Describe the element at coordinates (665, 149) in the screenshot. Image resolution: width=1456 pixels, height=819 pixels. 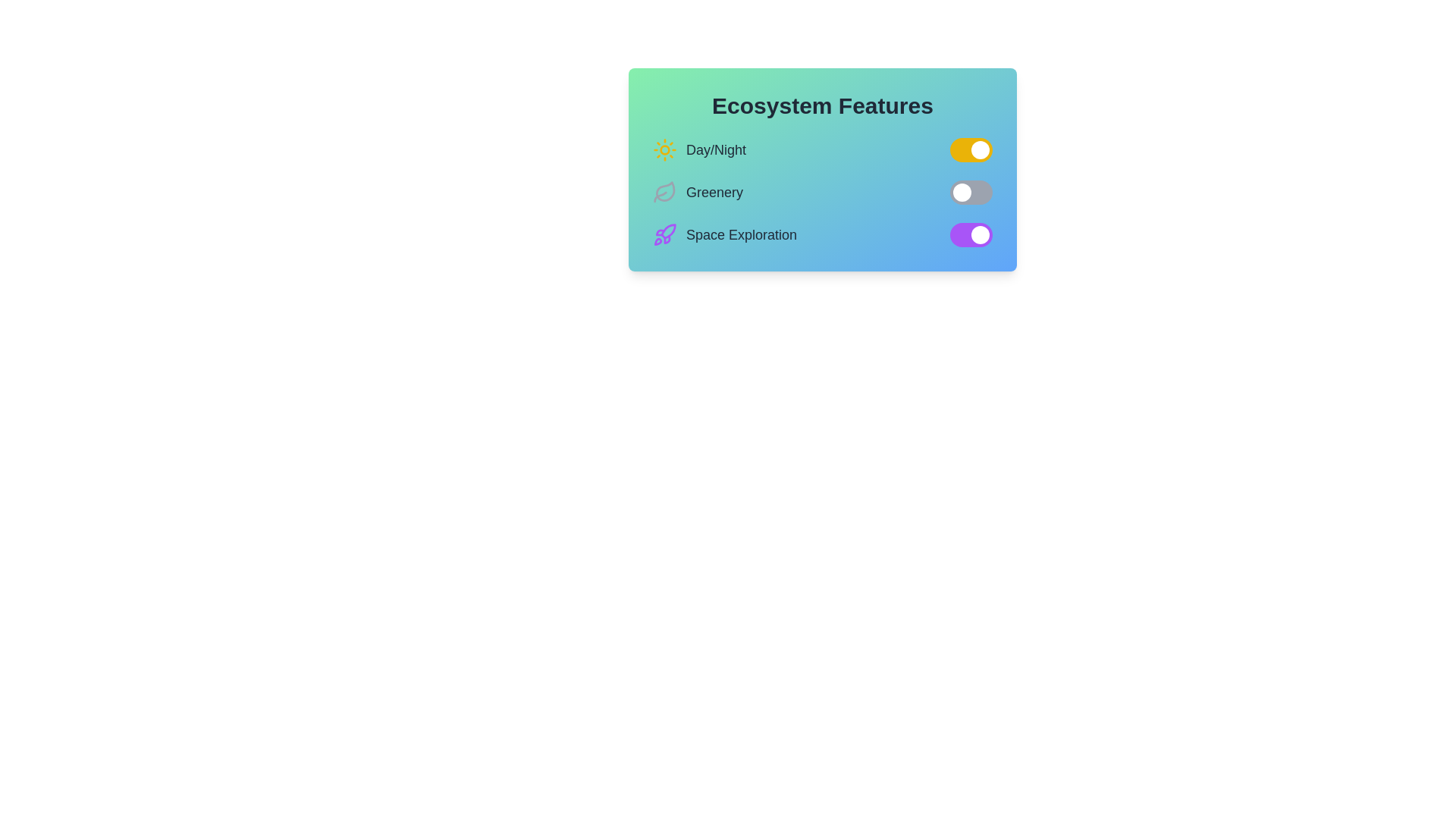
I see `the visual representation of the Day/Night mode icon, which is positioned to the left of the 'Day/Night' text under the 'Ecosystem Features' section` at that location.